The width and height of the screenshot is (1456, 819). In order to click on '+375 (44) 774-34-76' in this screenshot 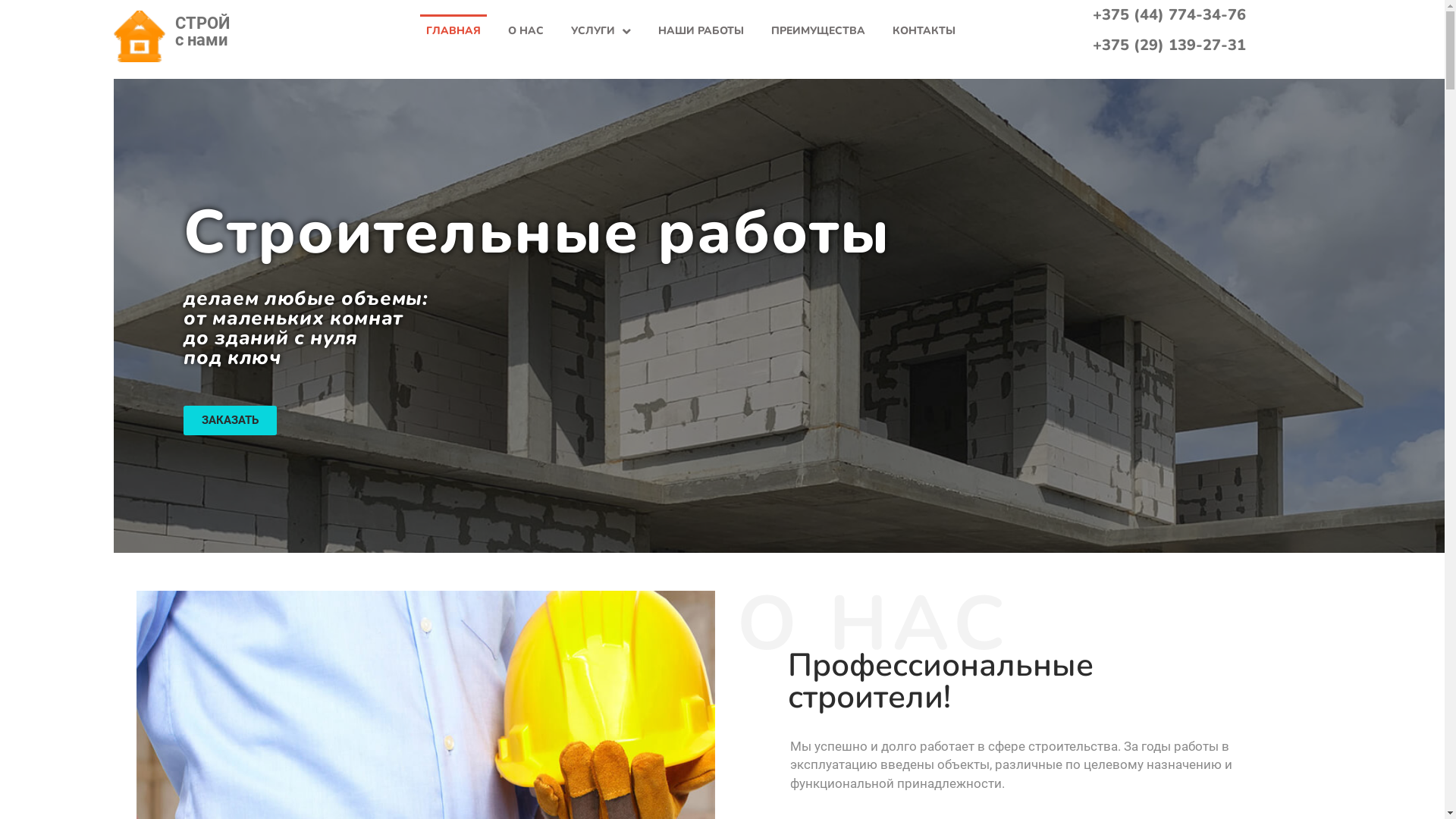, I will do `click(1168, 14)`.